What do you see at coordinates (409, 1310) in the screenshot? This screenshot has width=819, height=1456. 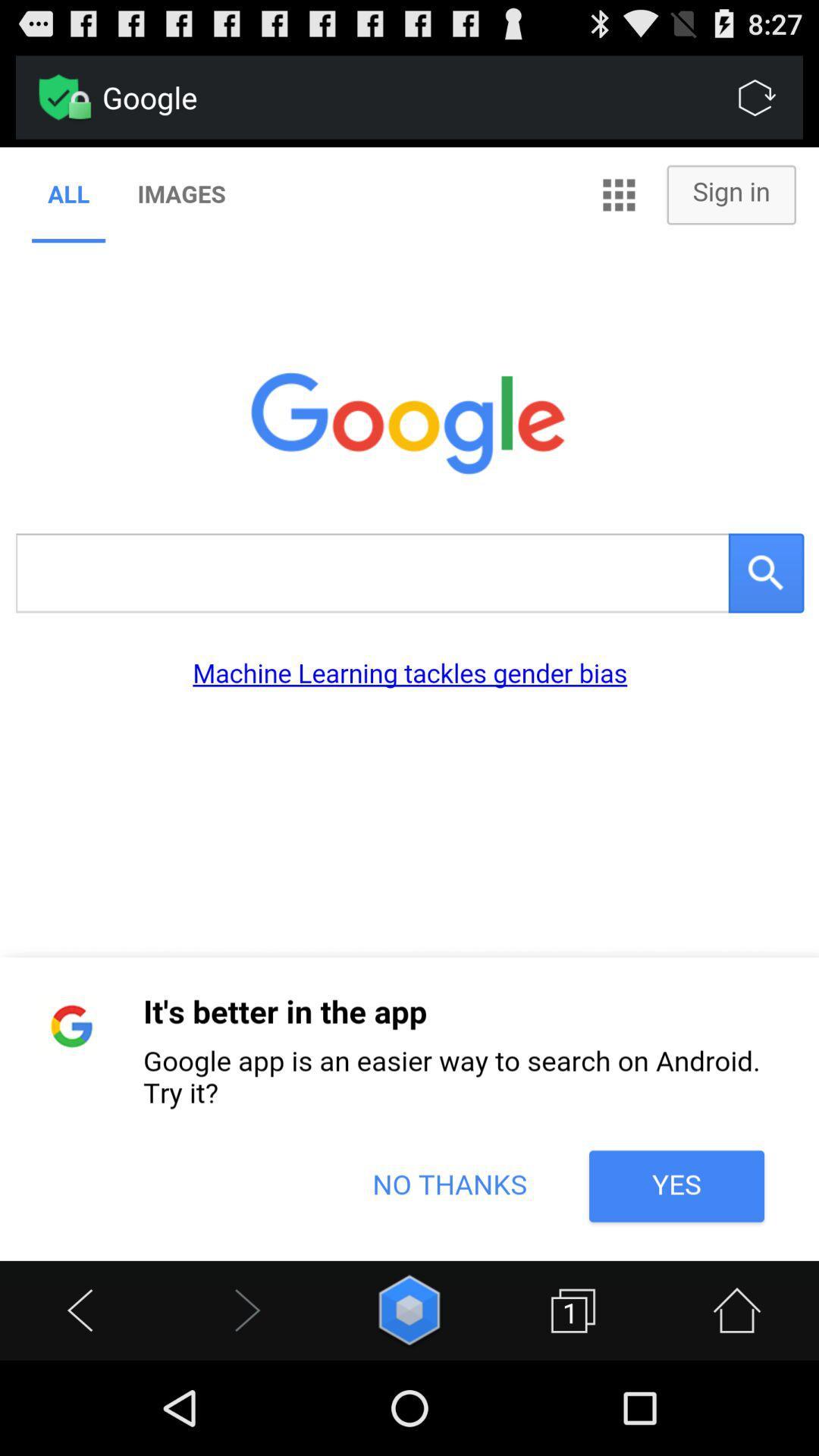 I see `menu` at bounding box center [409, 1310].